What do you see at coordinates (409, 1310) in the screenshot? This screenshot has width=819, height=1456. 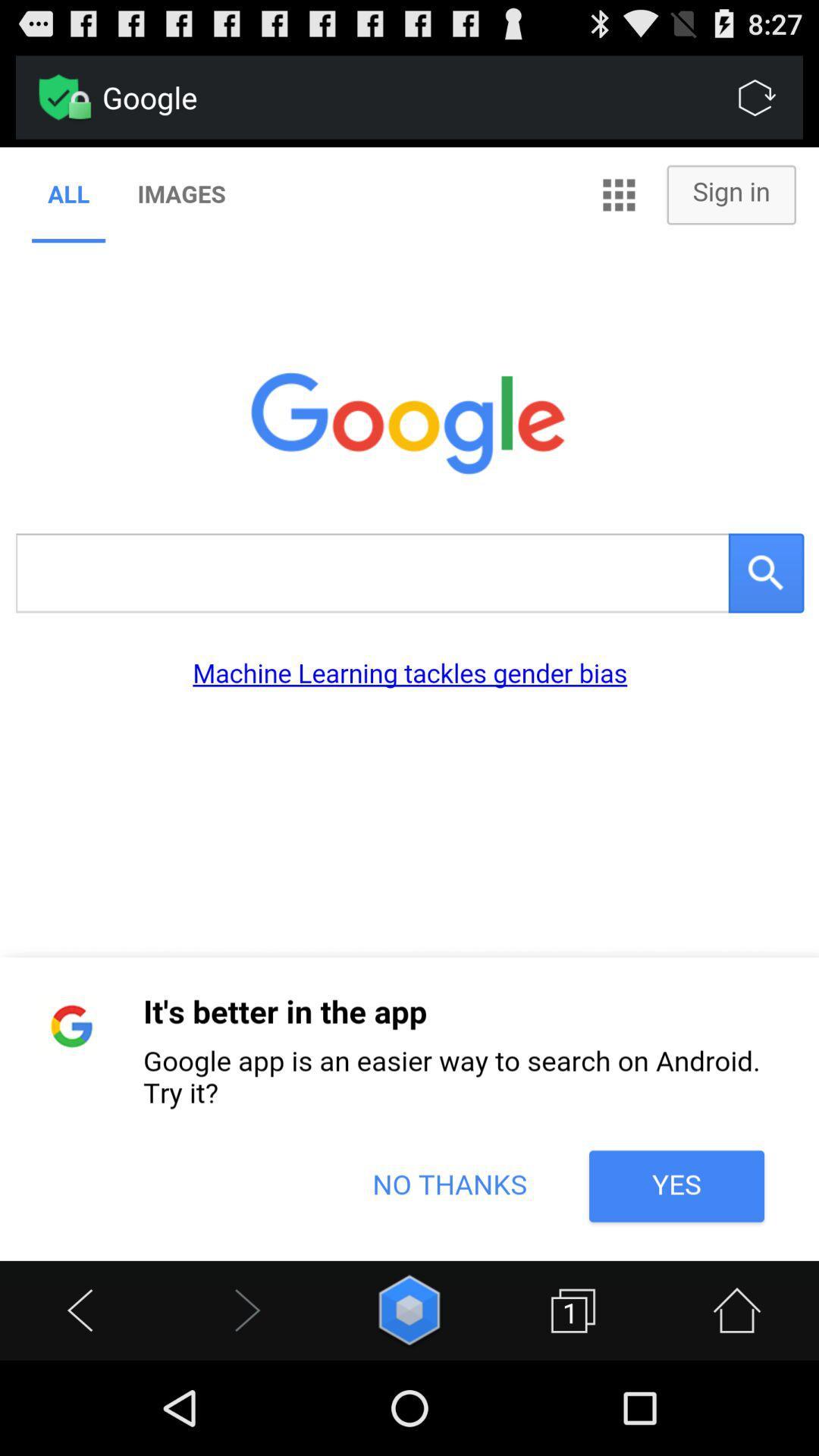 I see `menu` at bounding box center [409, 1310].